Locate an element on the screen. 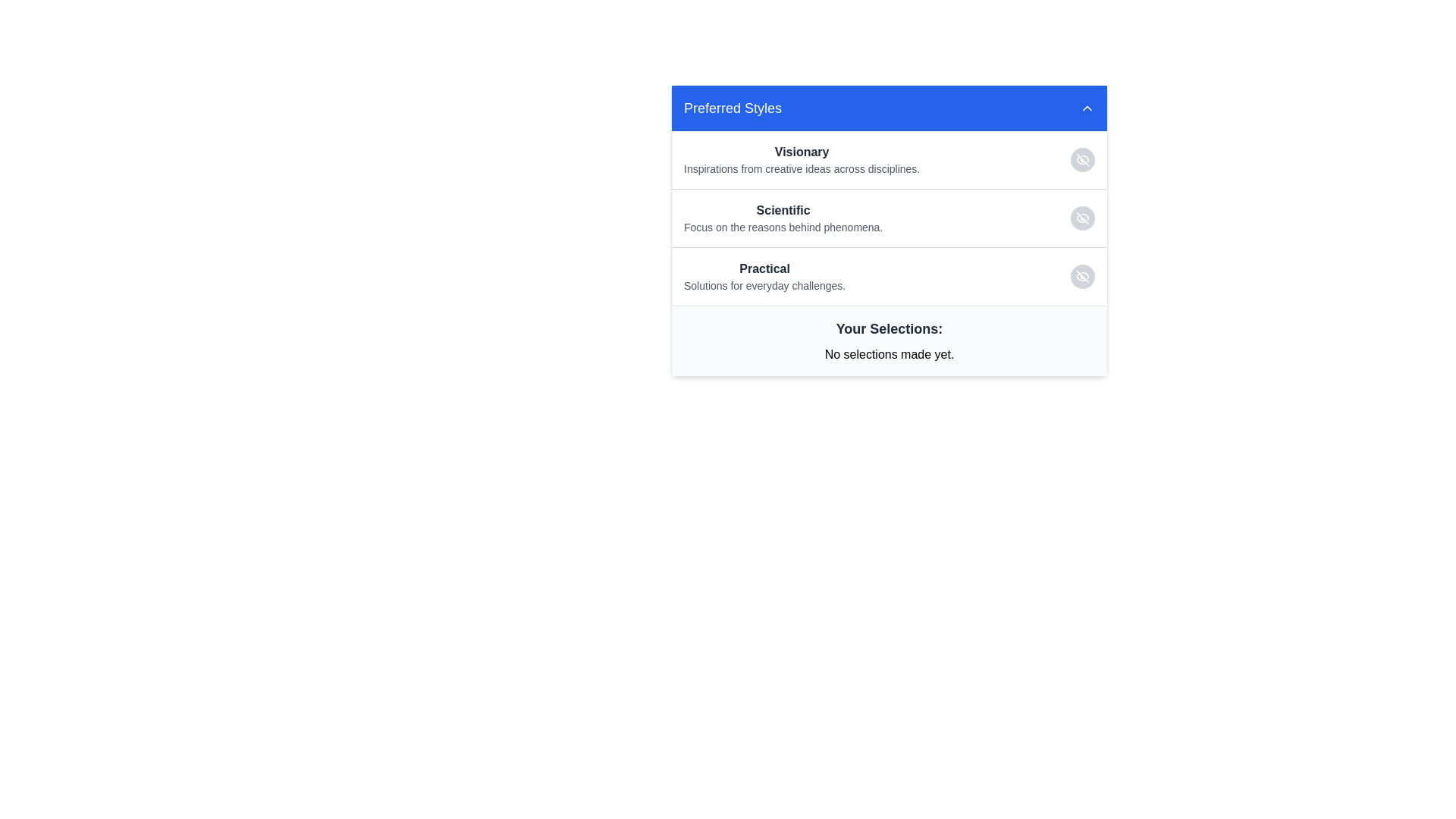 This screenshot has width=1456, height=819. the text label displaying 'Focus on the reasons behind phenomena.' located under the title 'Scientific' is located at coordinates (783, 227).